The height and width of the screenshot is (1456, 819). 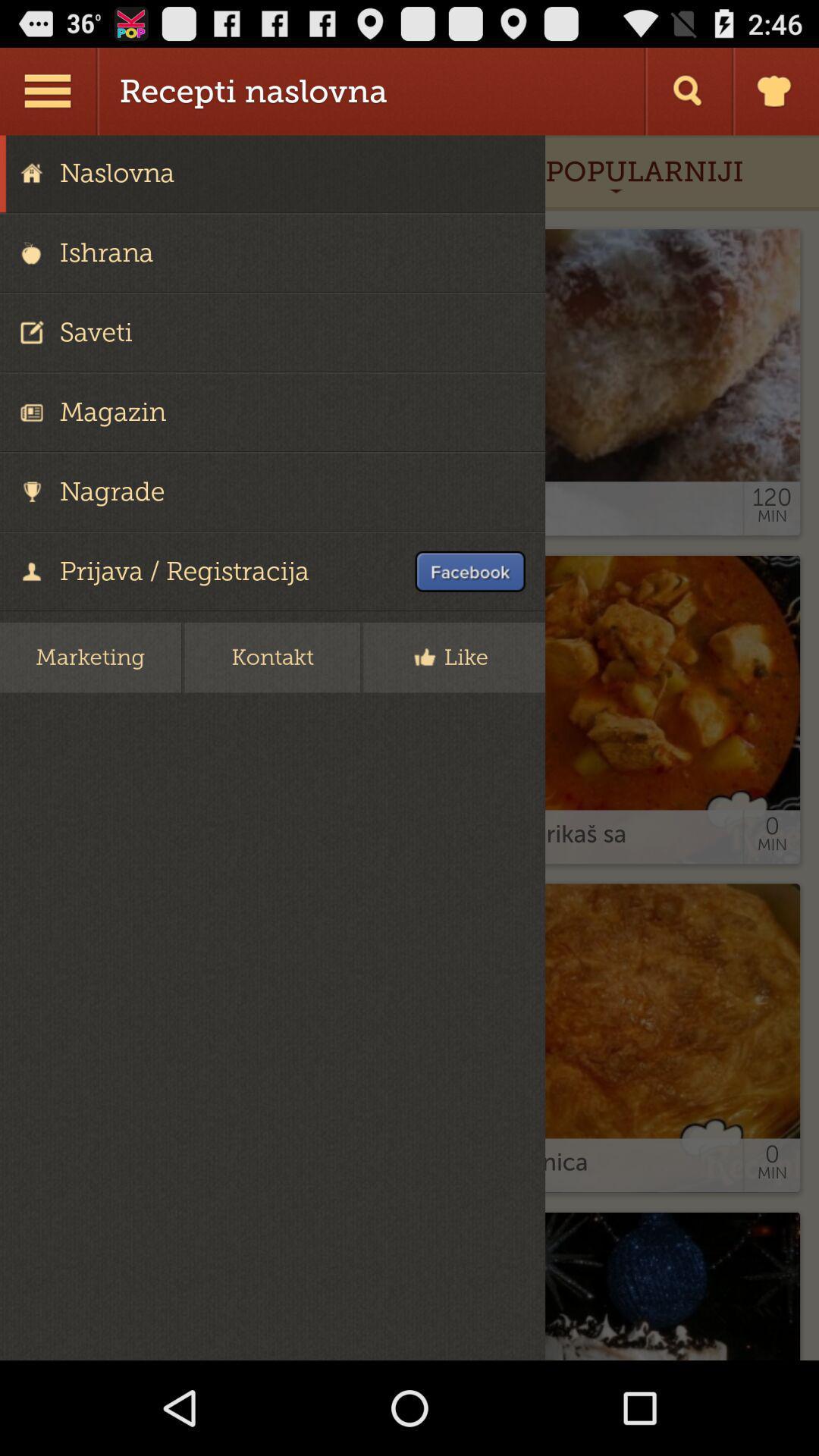 What do you see at coordinates (409, 748) in the screenshot?
I see `display field` at bounding box center [409, 748].